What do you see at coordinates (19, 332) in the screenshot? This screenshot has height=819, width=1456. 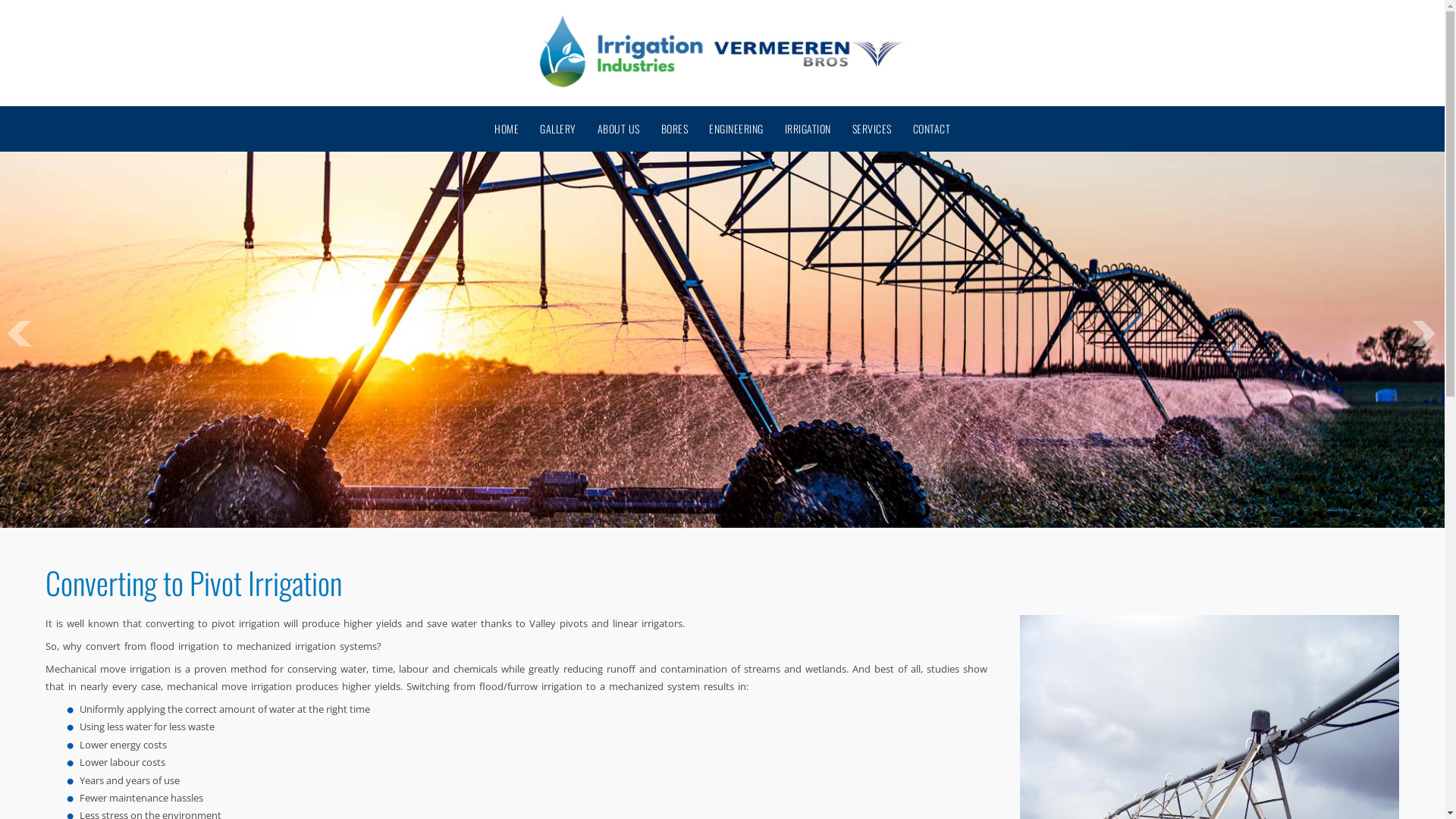 I see `'Prev'` at bounding box center [19, 332].